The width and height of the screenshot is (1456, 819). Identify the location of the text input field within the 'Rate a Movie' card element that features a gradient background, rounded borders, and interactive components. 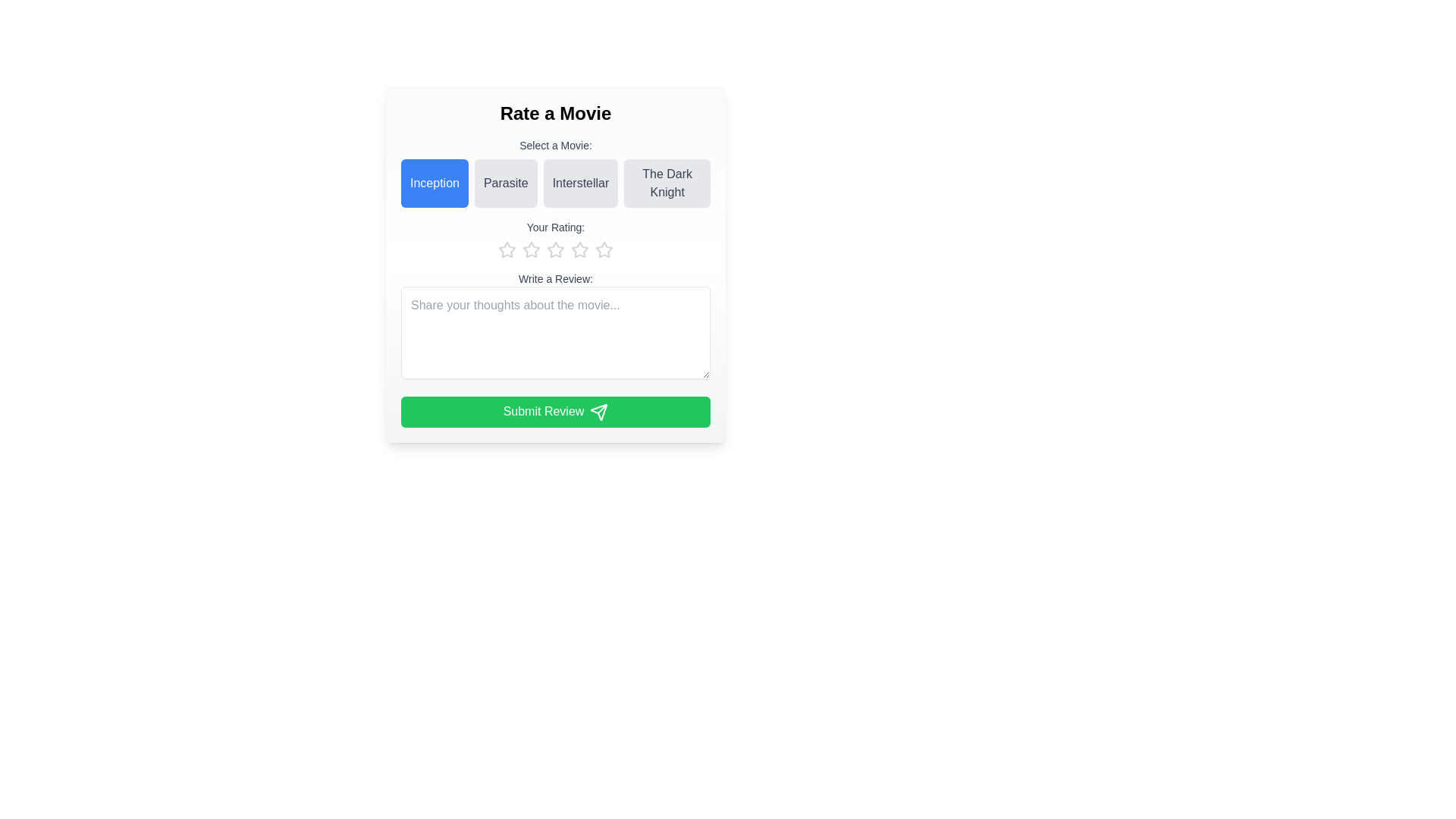
(555, 262).